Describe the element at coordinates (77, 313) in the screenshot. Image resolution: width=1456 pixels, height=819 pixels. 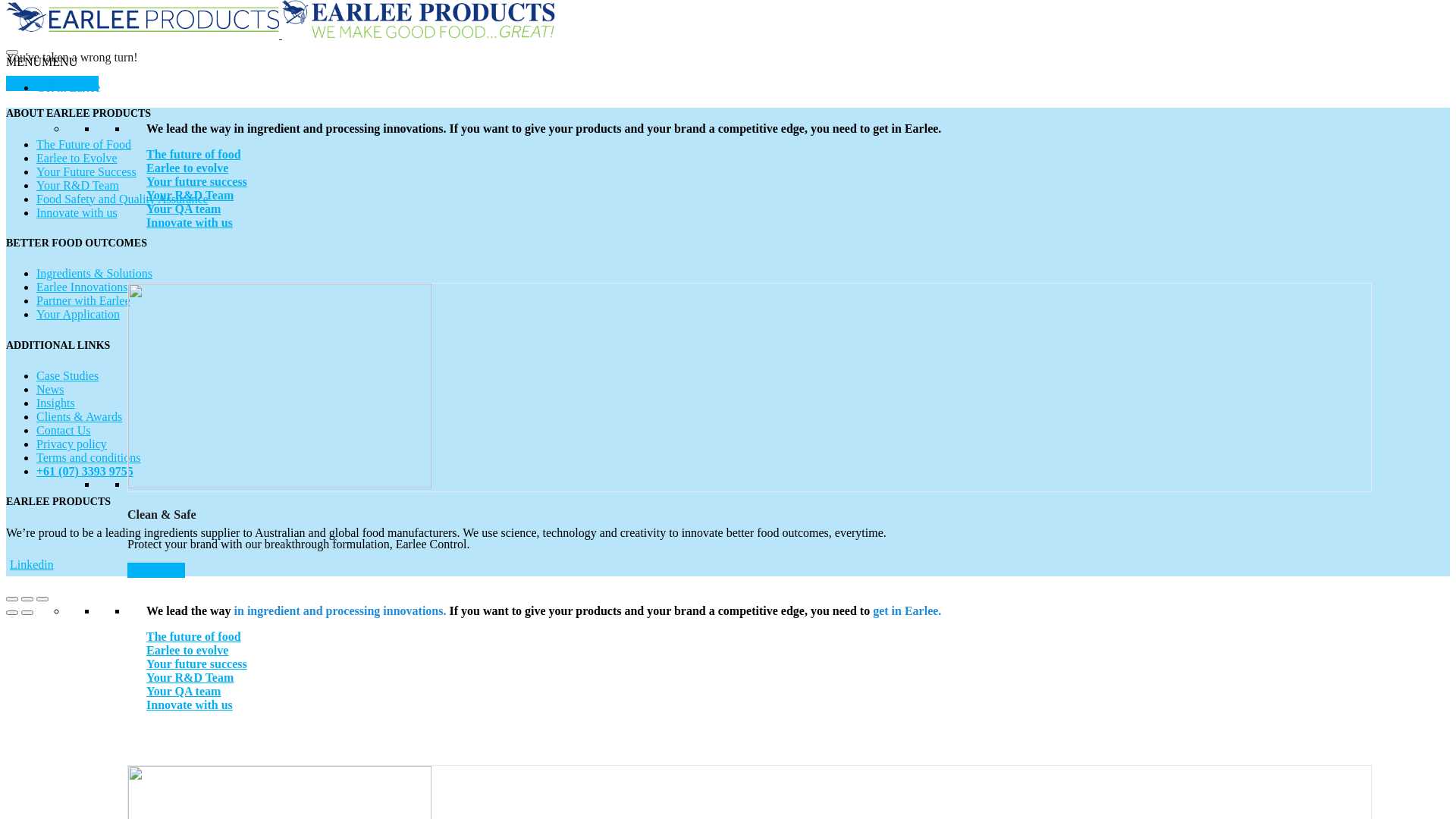
I see `'Your Application'` at that location.